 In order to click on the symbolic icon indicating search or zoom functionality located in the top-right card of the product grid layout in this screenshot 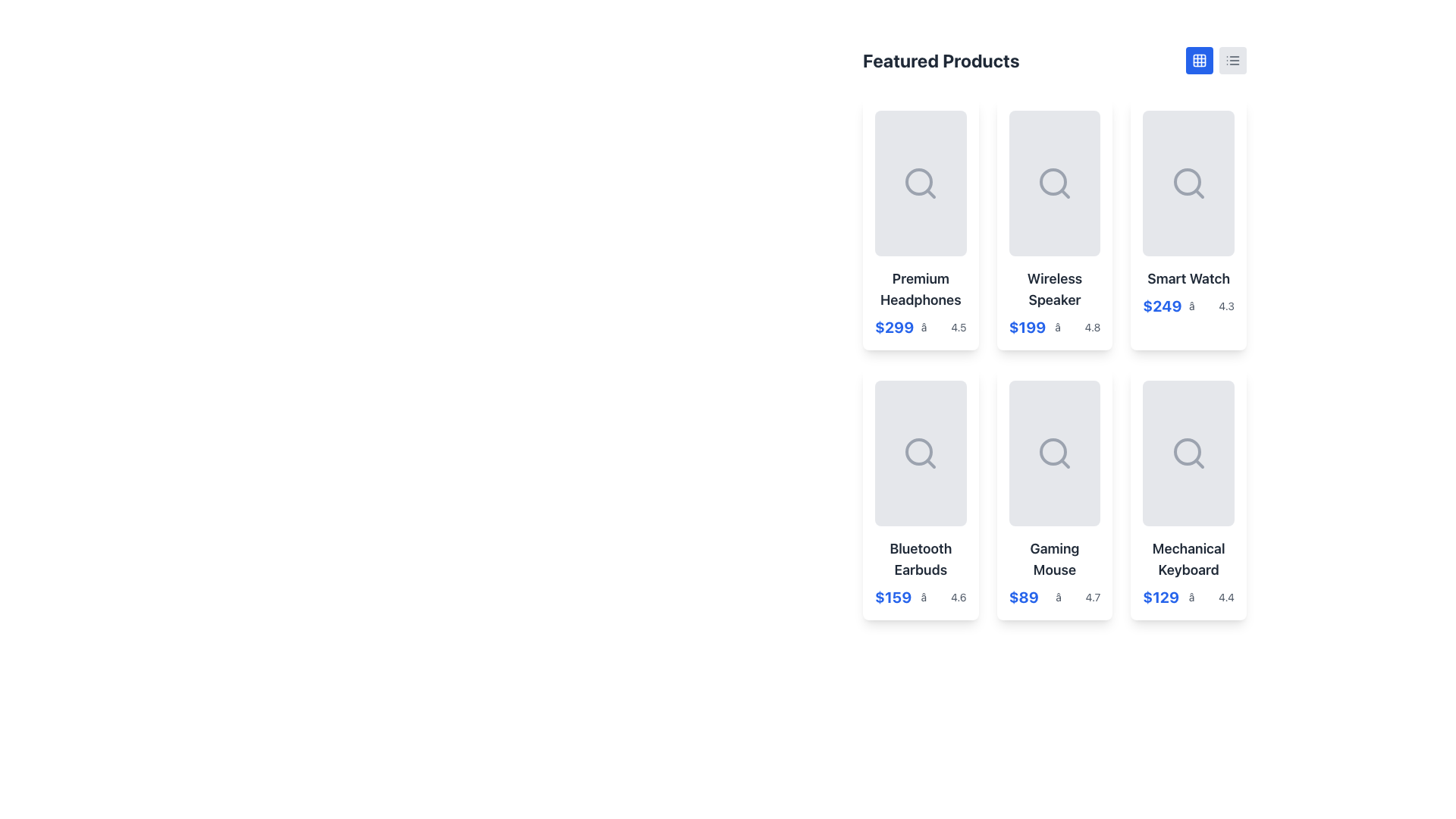, I will do `click(1188, 183)`.